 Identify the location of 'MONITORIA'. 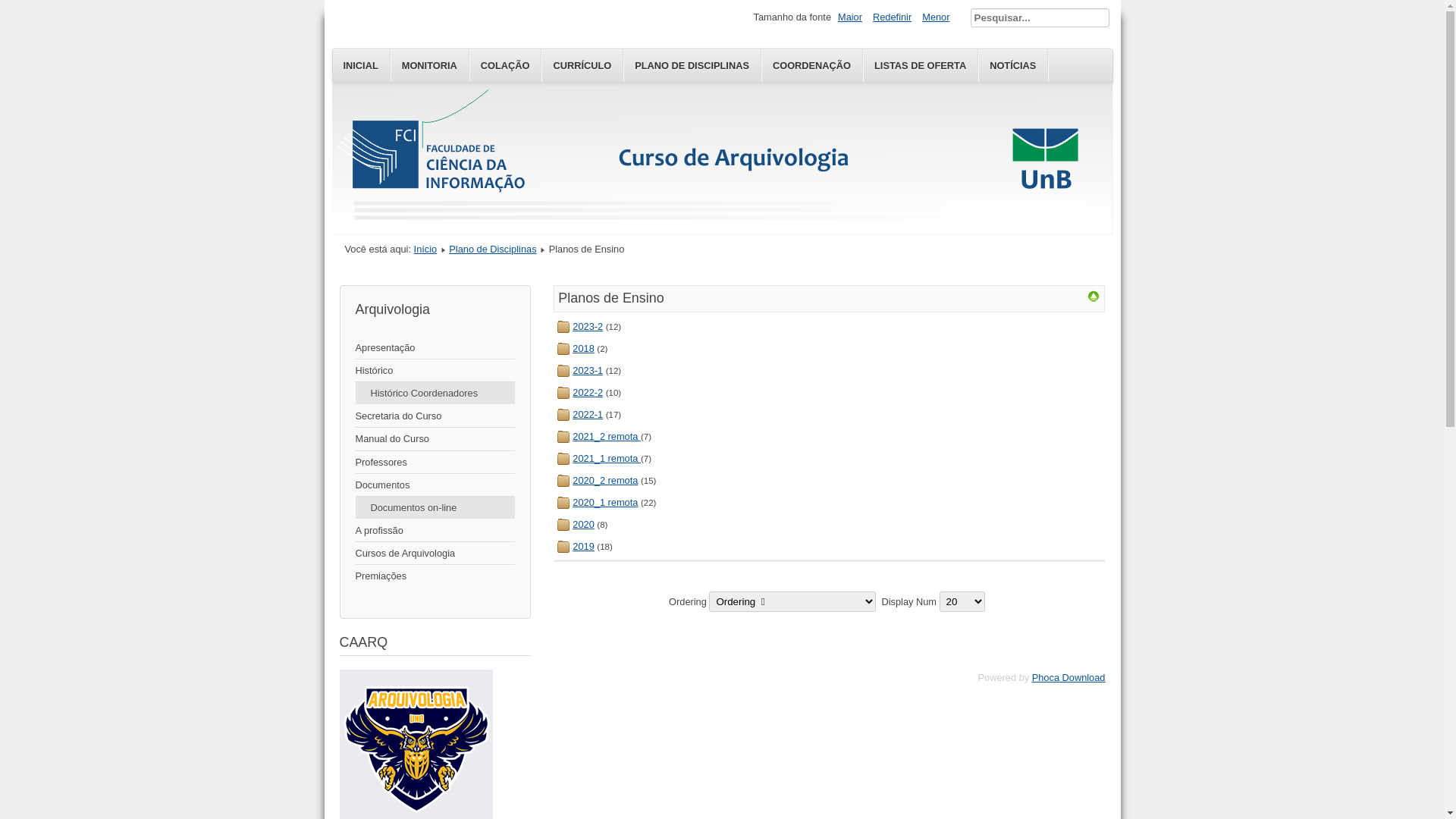
(428, 64).